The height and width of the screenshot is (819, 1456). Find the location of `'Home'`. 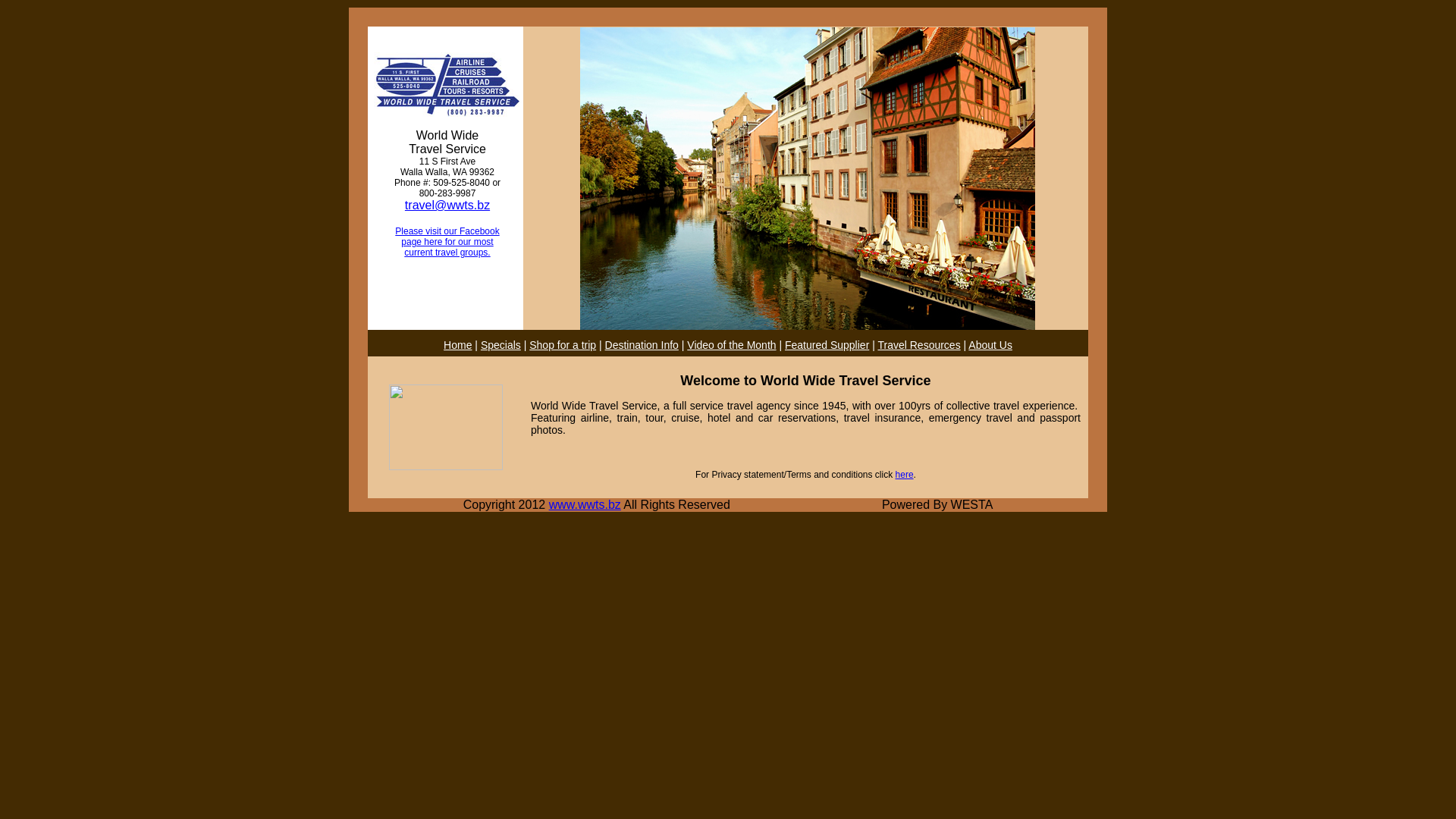

'Home' is located at coordinates (457, 345).